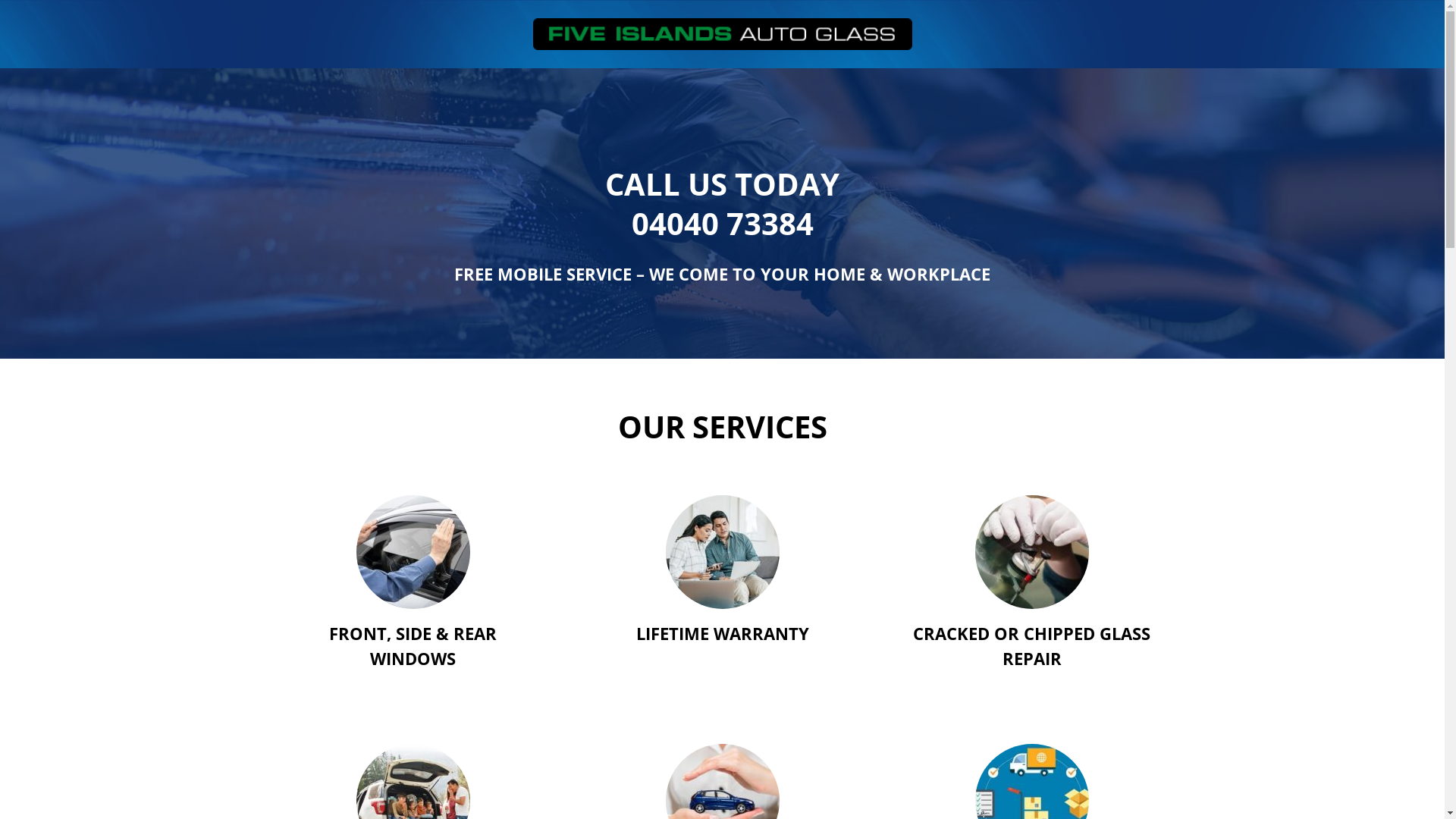  What do you see at coordinates (720, 223) in the screenshot?
I see `'04040 73384'` at bounding box center [720, 223].